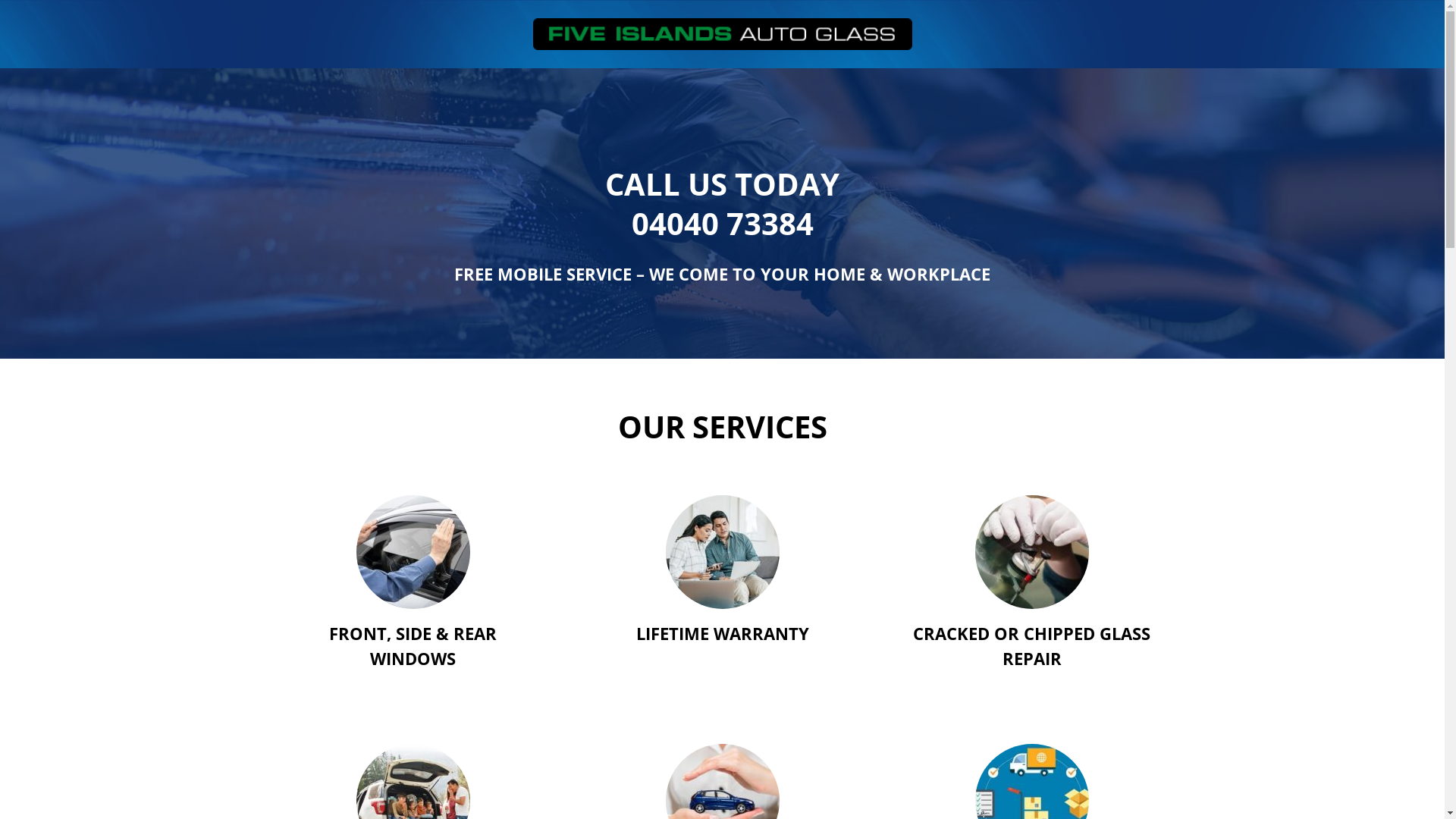  What do you see at coordinates (720, 223) in the screenshot?
I see `'04040 73384'` at bounding box center [720, 223].